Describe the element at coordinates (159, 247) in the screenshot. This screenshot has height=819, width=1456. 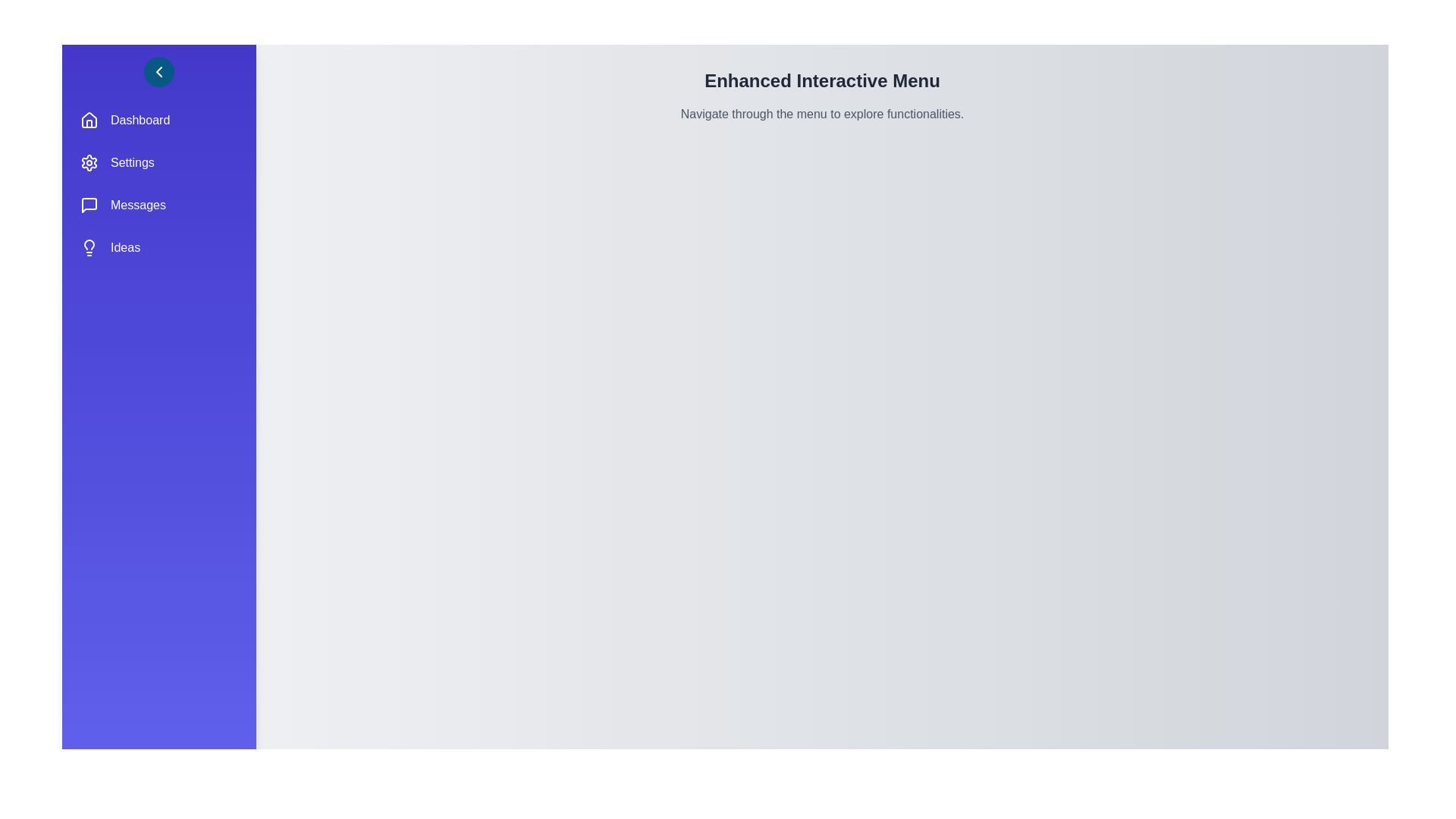
I see `the menu item Ideas to observe its hover effect` at that location.